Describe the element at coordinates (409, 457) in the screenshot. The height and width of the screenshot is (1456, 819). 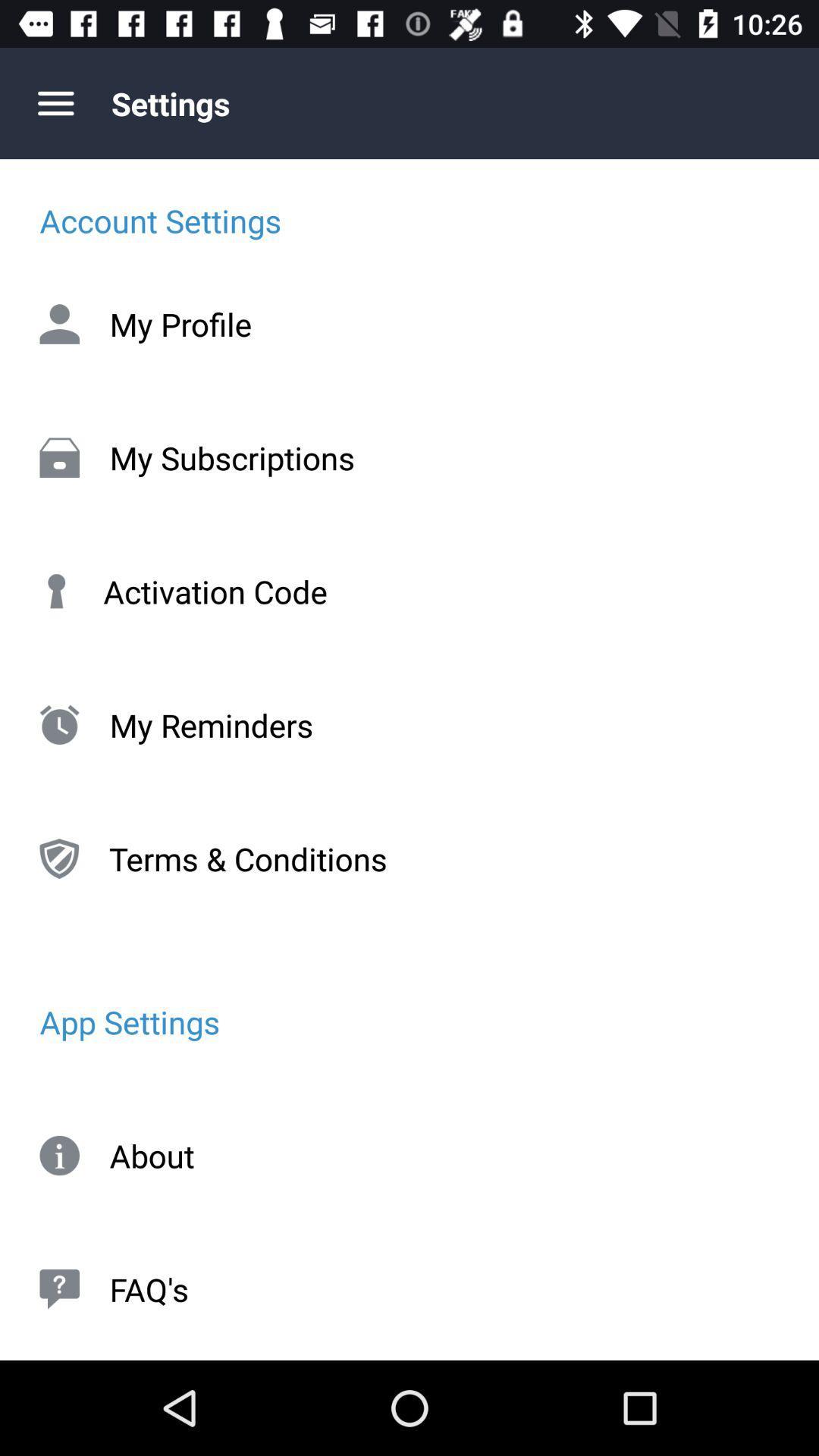
I see `the my subscriptions item` at that location.